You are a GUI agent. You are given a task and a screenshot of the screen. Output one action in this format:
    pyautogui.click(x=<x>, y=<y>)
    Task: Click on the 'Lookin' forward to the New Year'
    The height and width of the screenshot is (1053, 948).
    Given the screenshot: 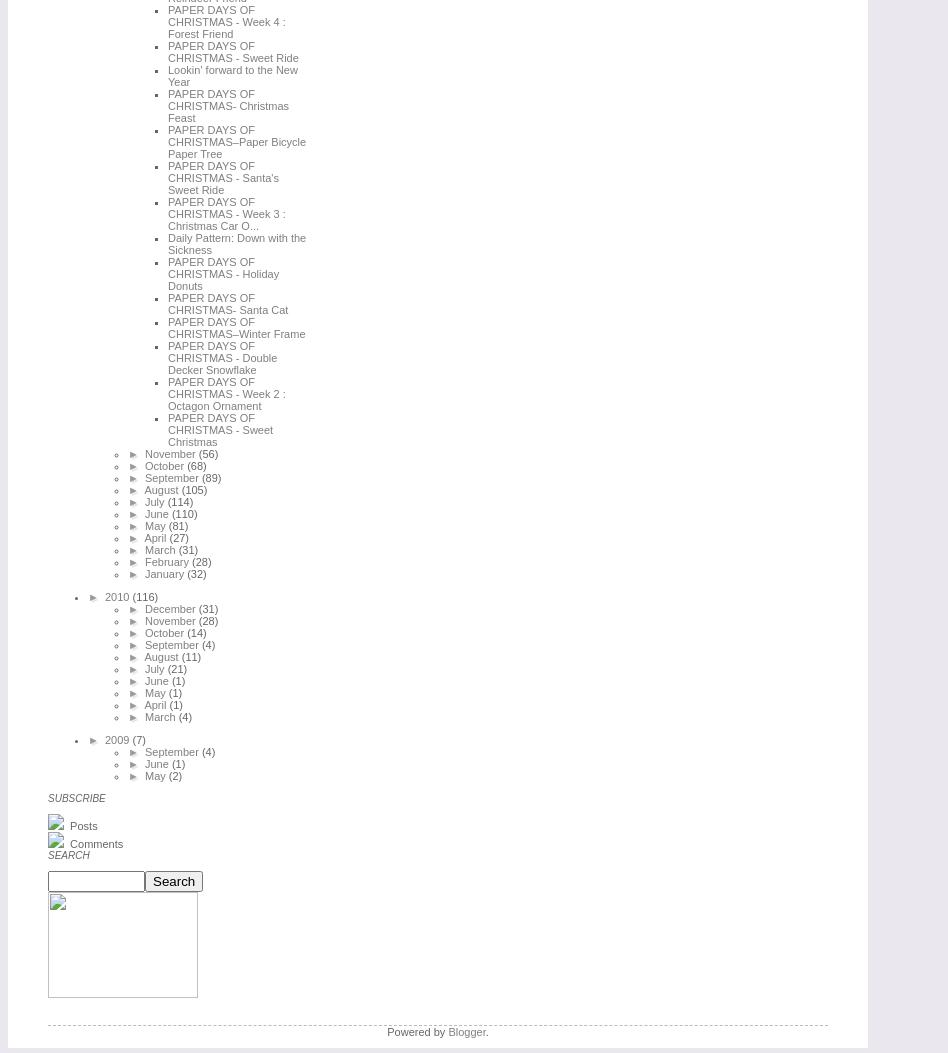 What is the action you would take?
    pyautogui.click(x=231, y=75)
    